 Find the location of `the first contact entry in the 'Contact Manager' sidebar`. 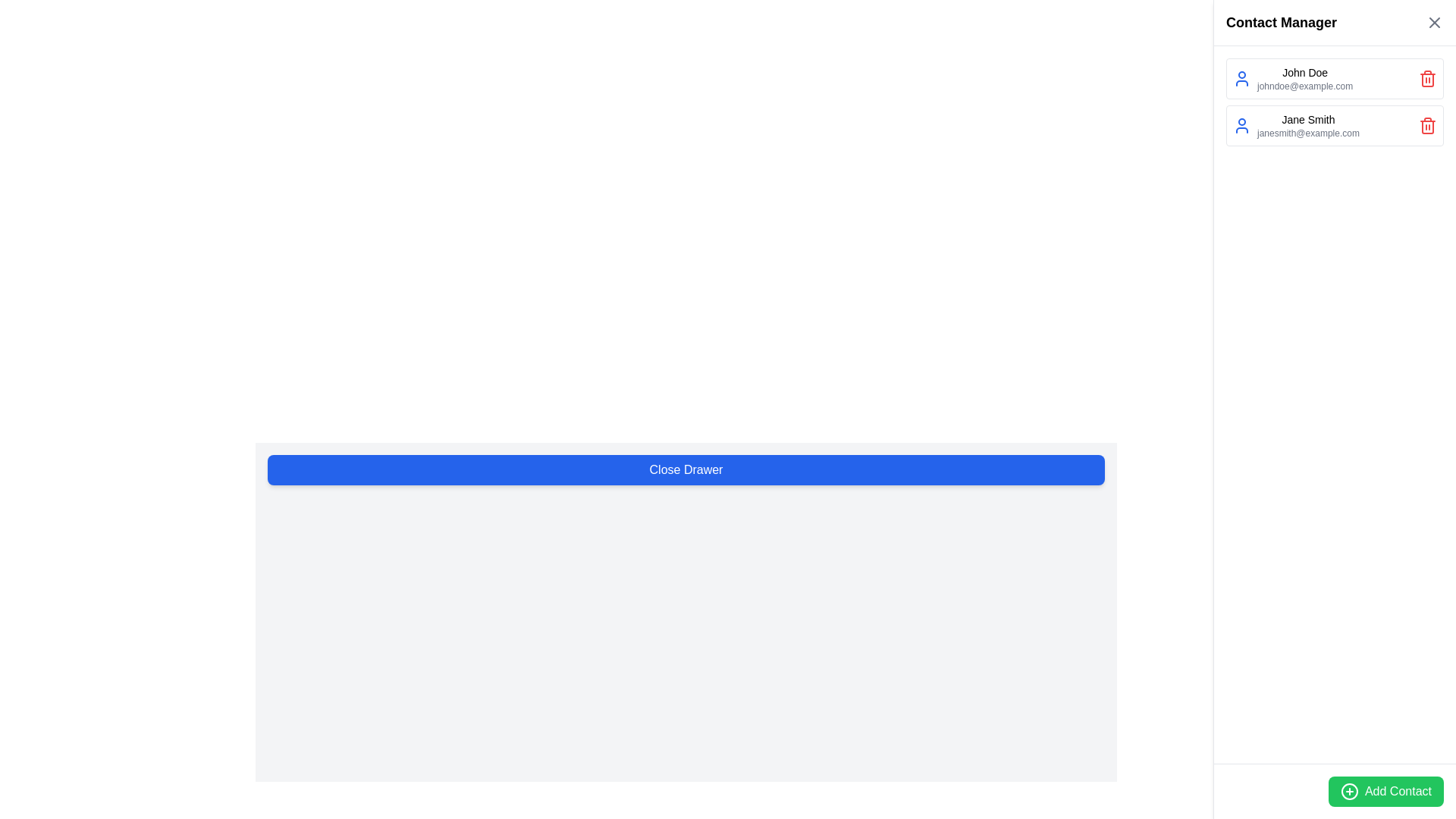

the first contact entry in the 'Contact Manager' sidebar is located at coordinates (1304, 79).